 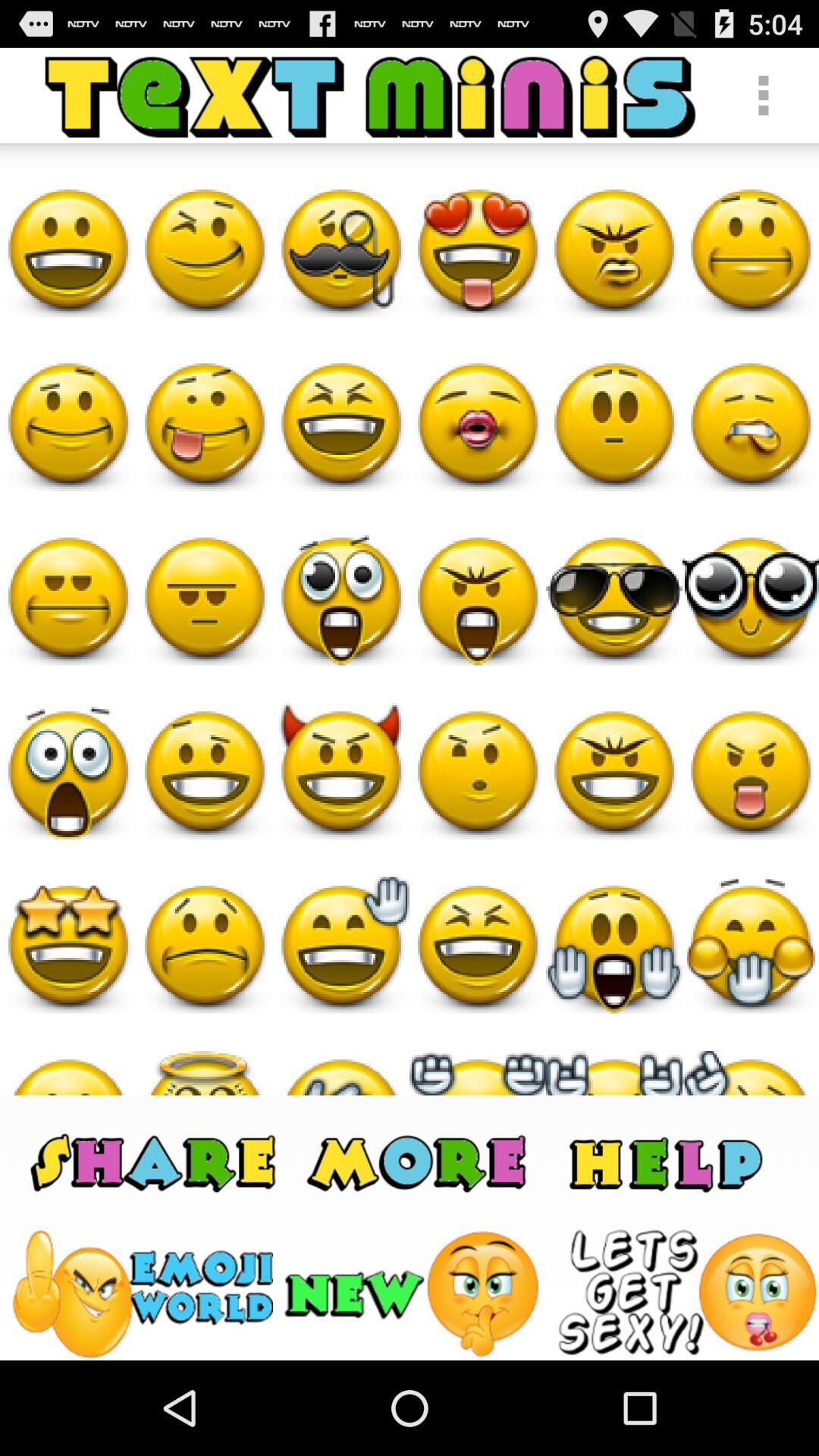 What do you see at coordinates (153, 1160) in the screenshot?
I see `share` at bounding box center [153, 1160].